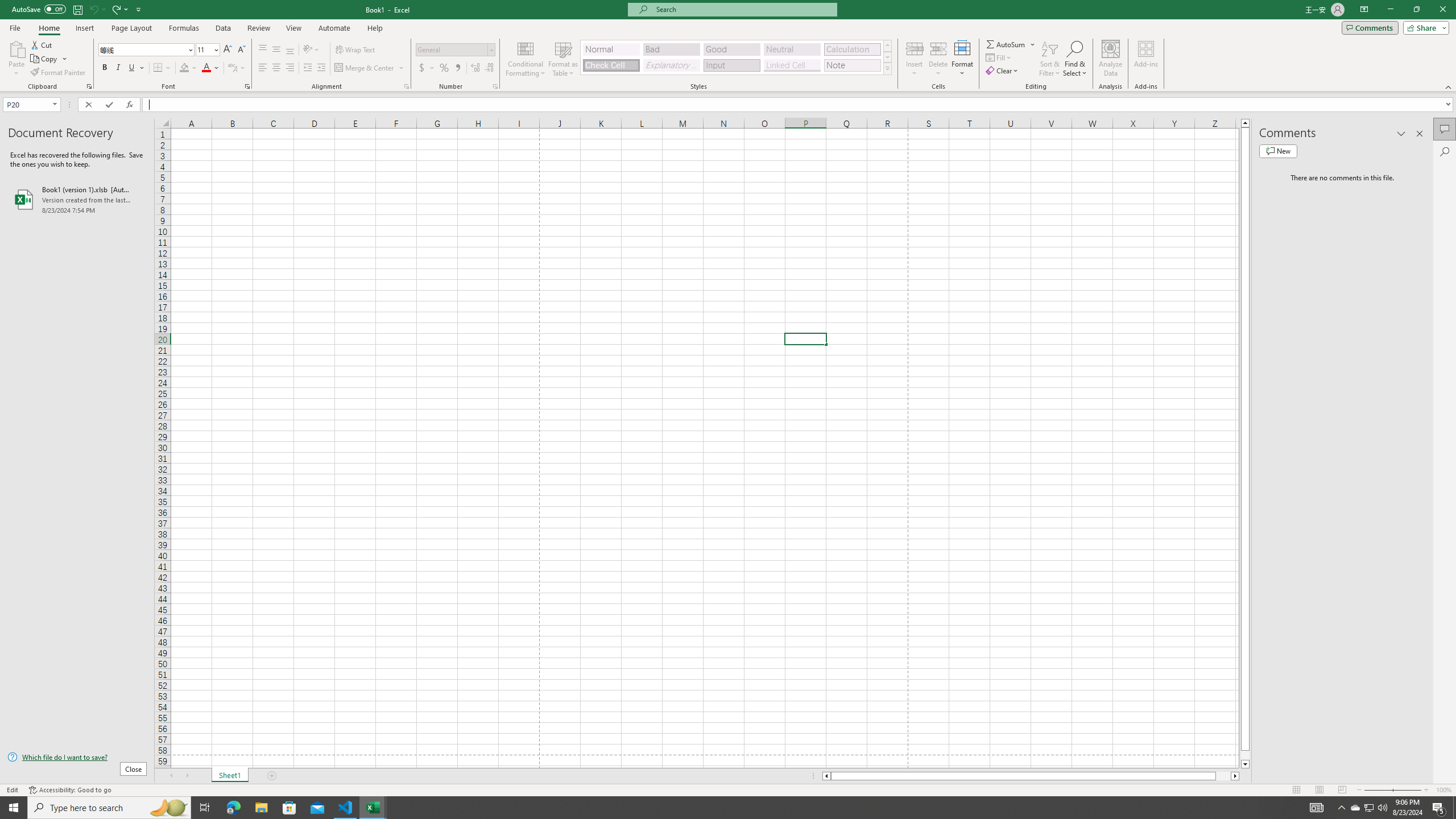  Describe the element at coordinates (825, 775) in the screenshot. I see `'Column left'` at that location.